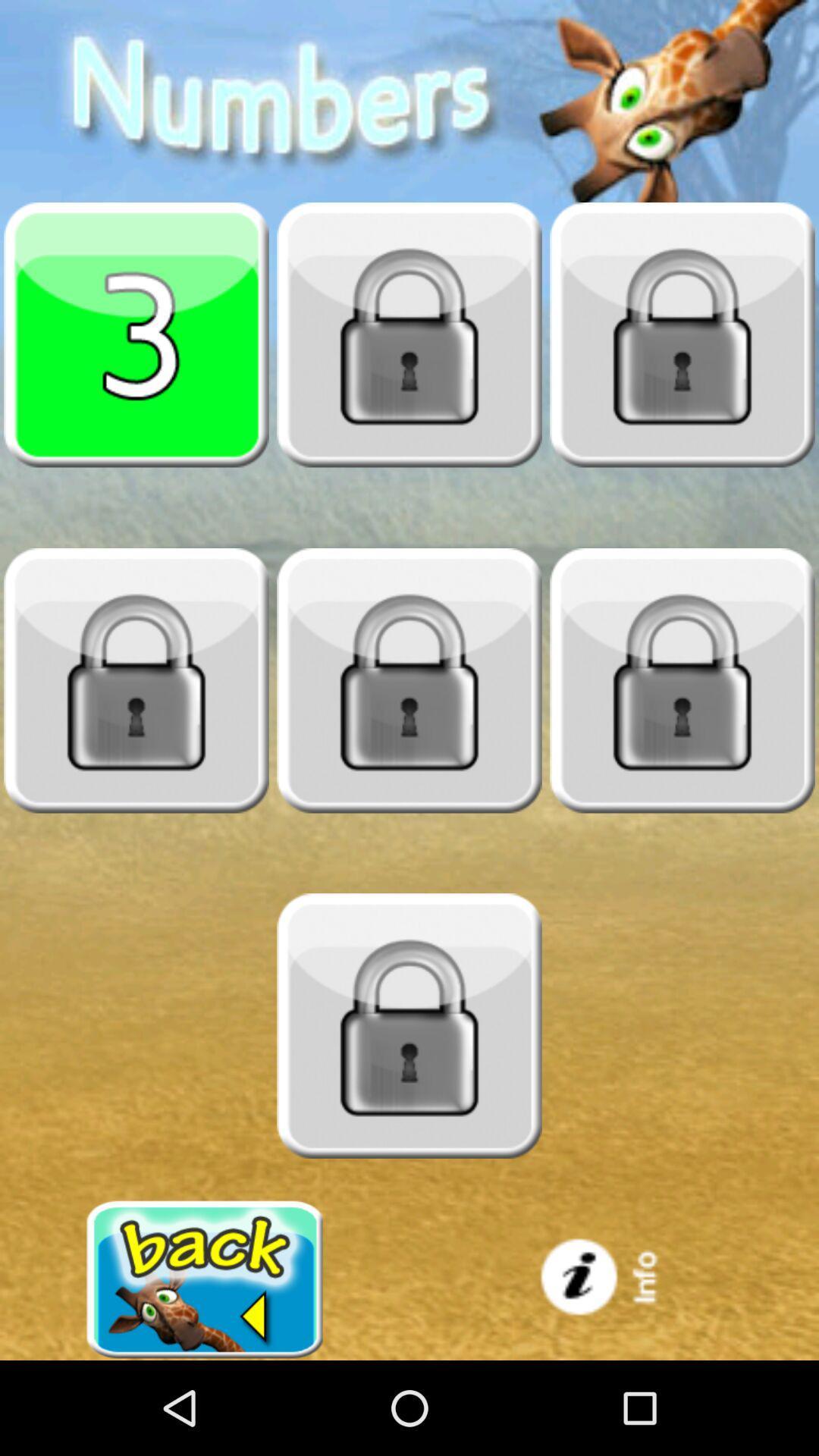  Describe the element at coordinates (136, 334) in the screenshot. I see `choose selection` at that location.